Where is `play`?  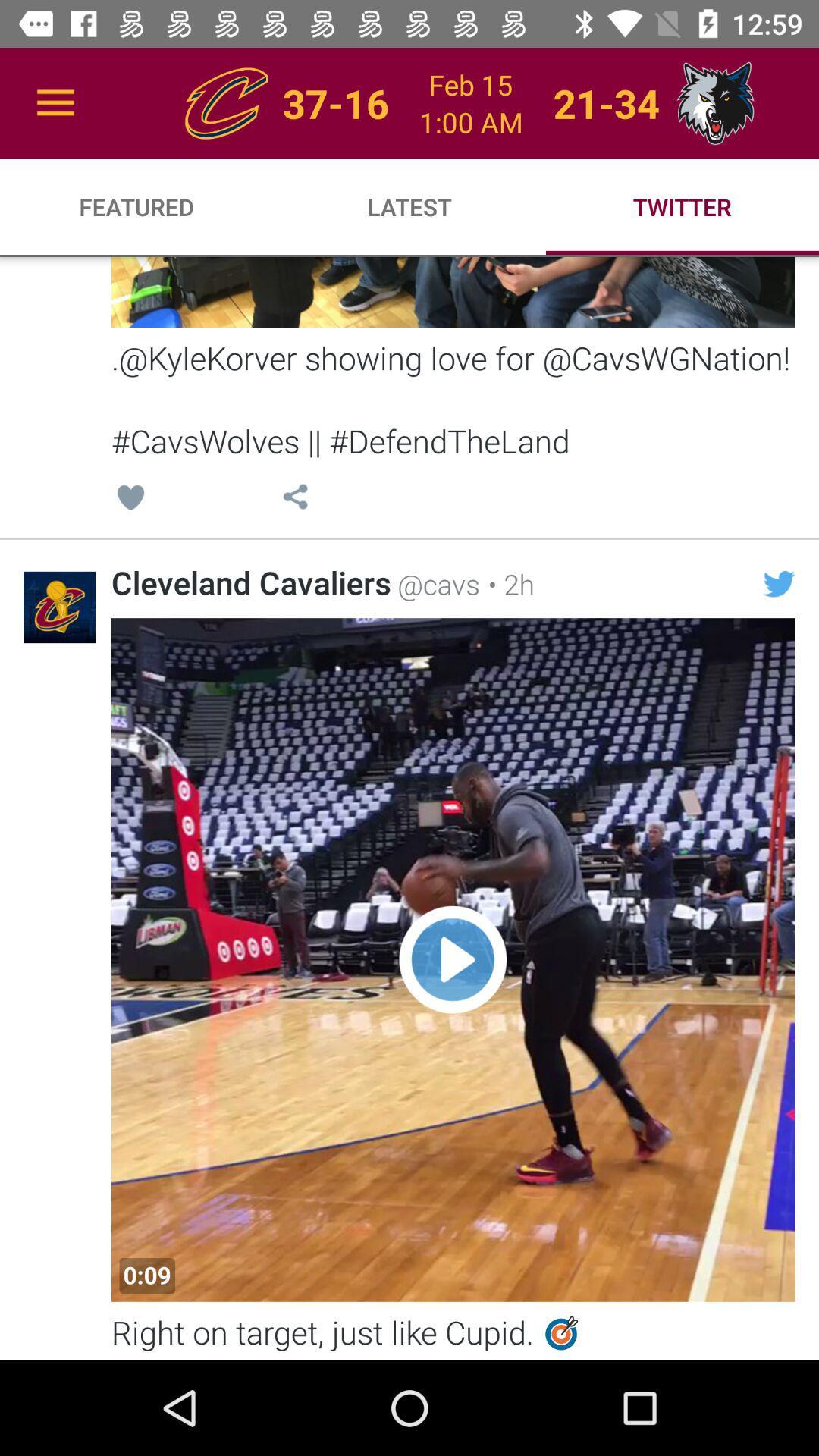 play is located at coordinates (452, 959).